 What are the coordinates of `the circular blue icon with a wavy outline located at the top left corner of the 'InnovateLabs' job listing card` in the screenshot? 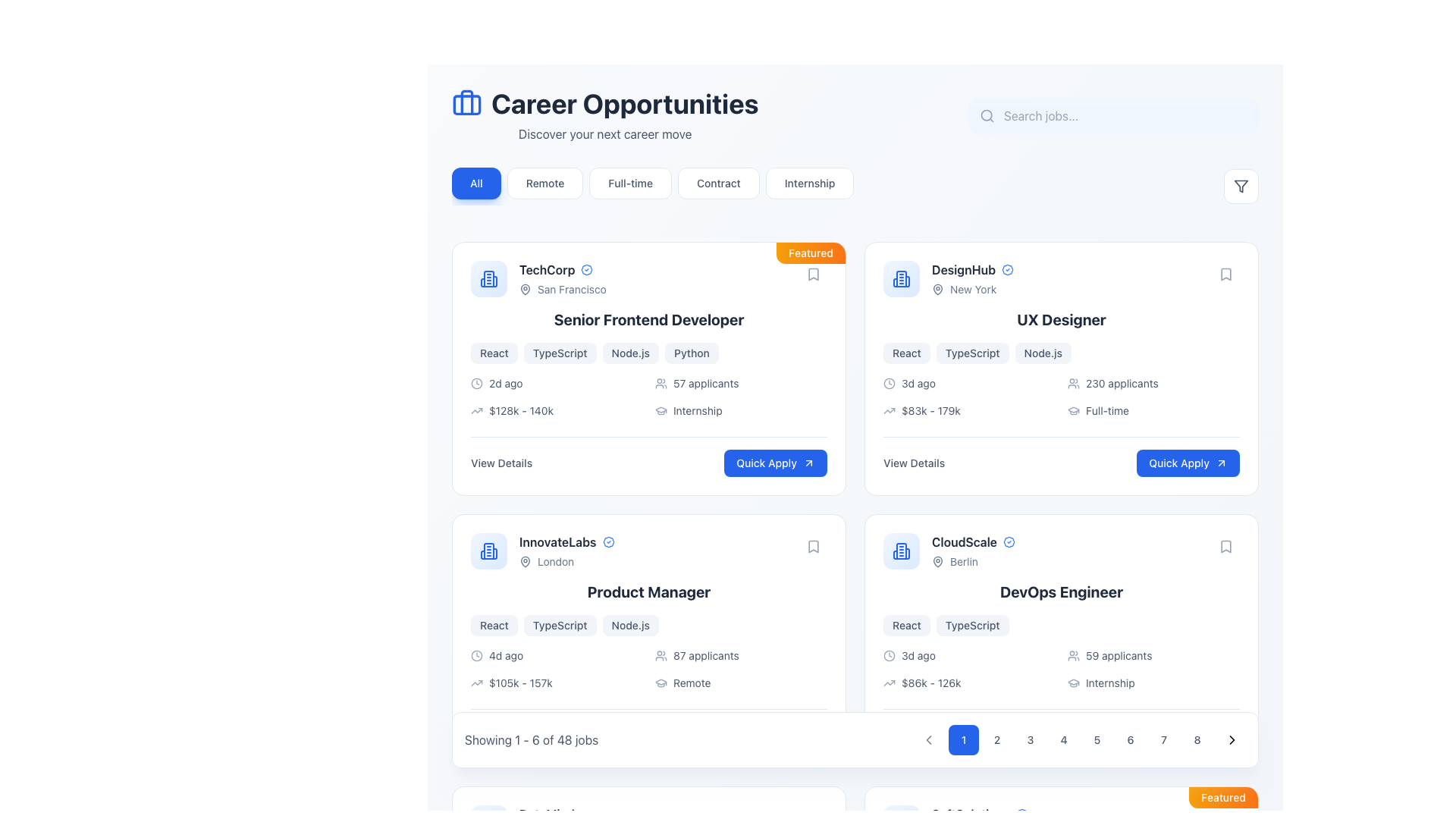 It's located at (608, 541).